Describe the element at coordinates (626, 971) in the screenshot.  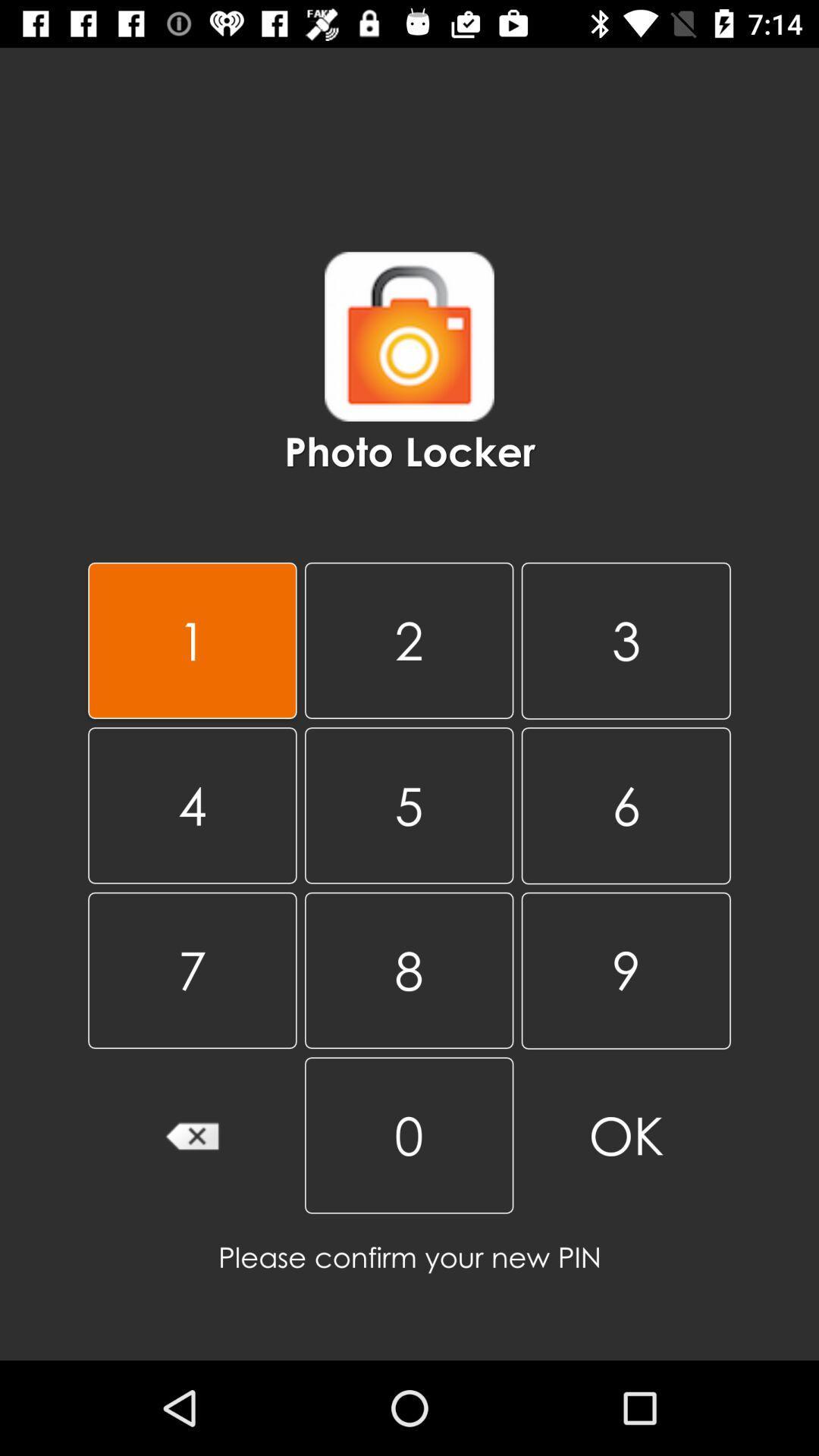
I see `9 item` at that location.